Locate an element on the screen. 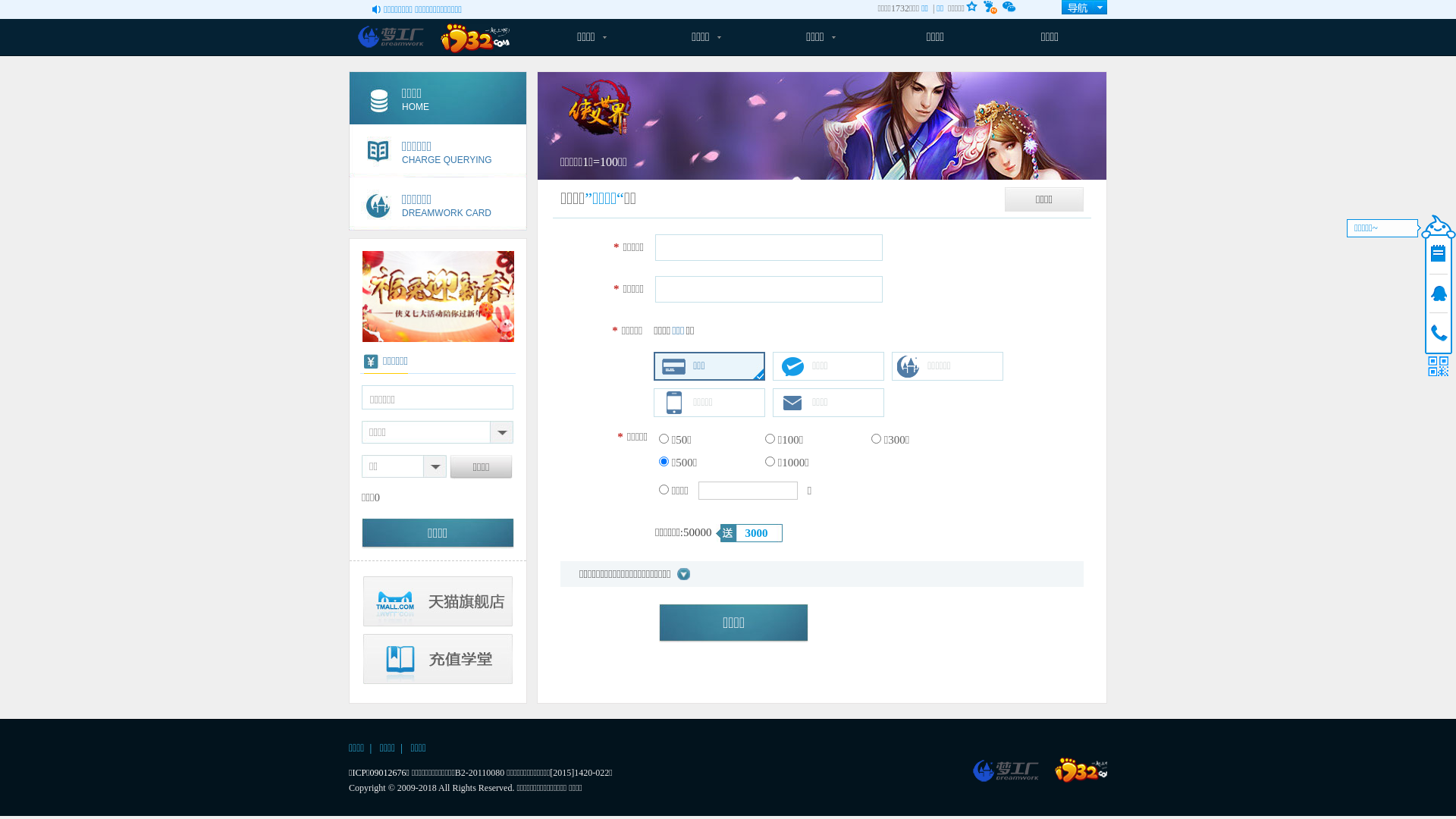  '1732' is located at coordinates (1054, 770).